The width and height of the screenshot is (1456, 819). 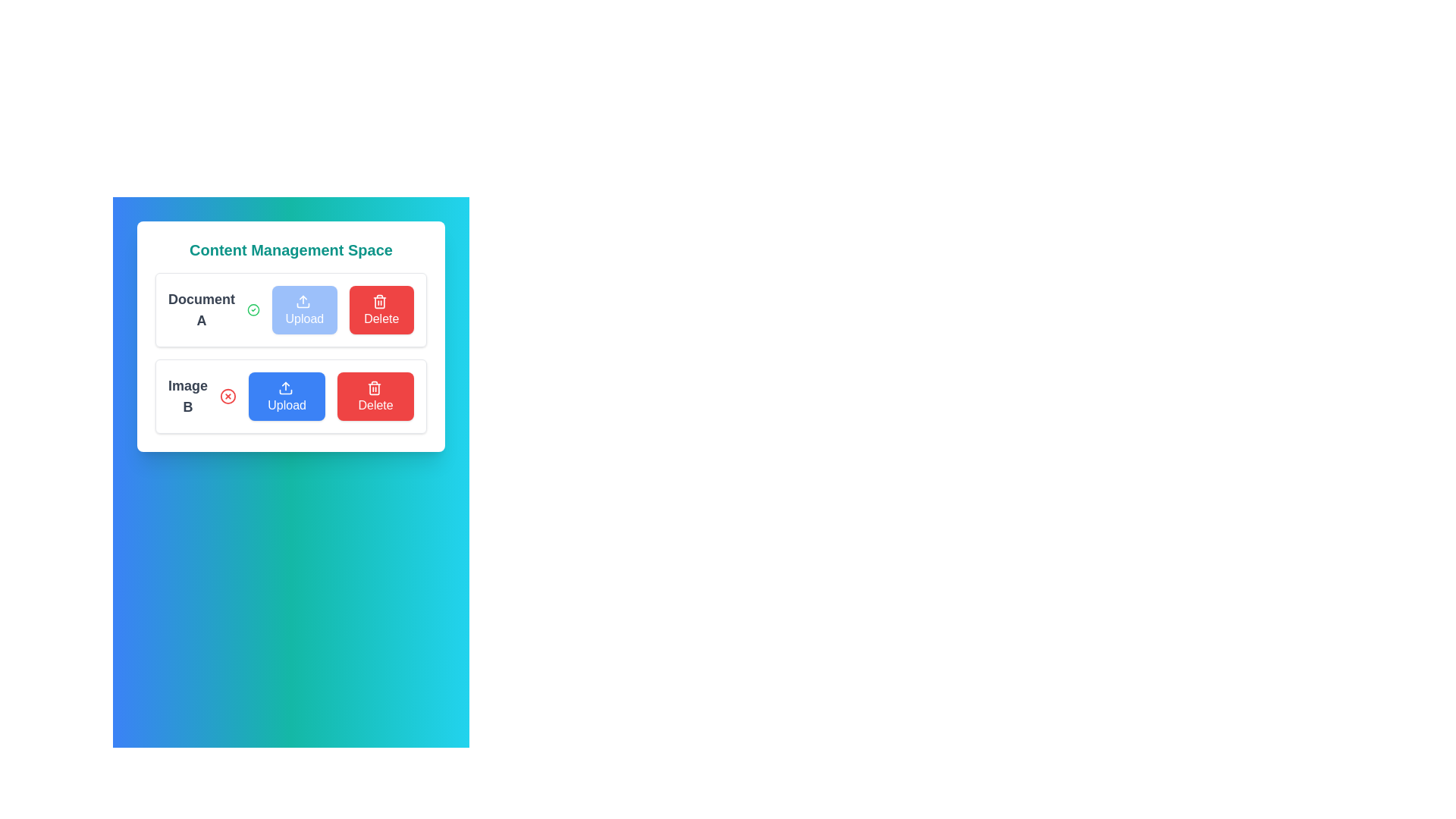 What do you see at coordinates (227, 396) in the screenshot?
I see `the decorative icon component located to the left of the 'Image B' label, which indicates an error or unavailability` at bounding box center [227, 396].